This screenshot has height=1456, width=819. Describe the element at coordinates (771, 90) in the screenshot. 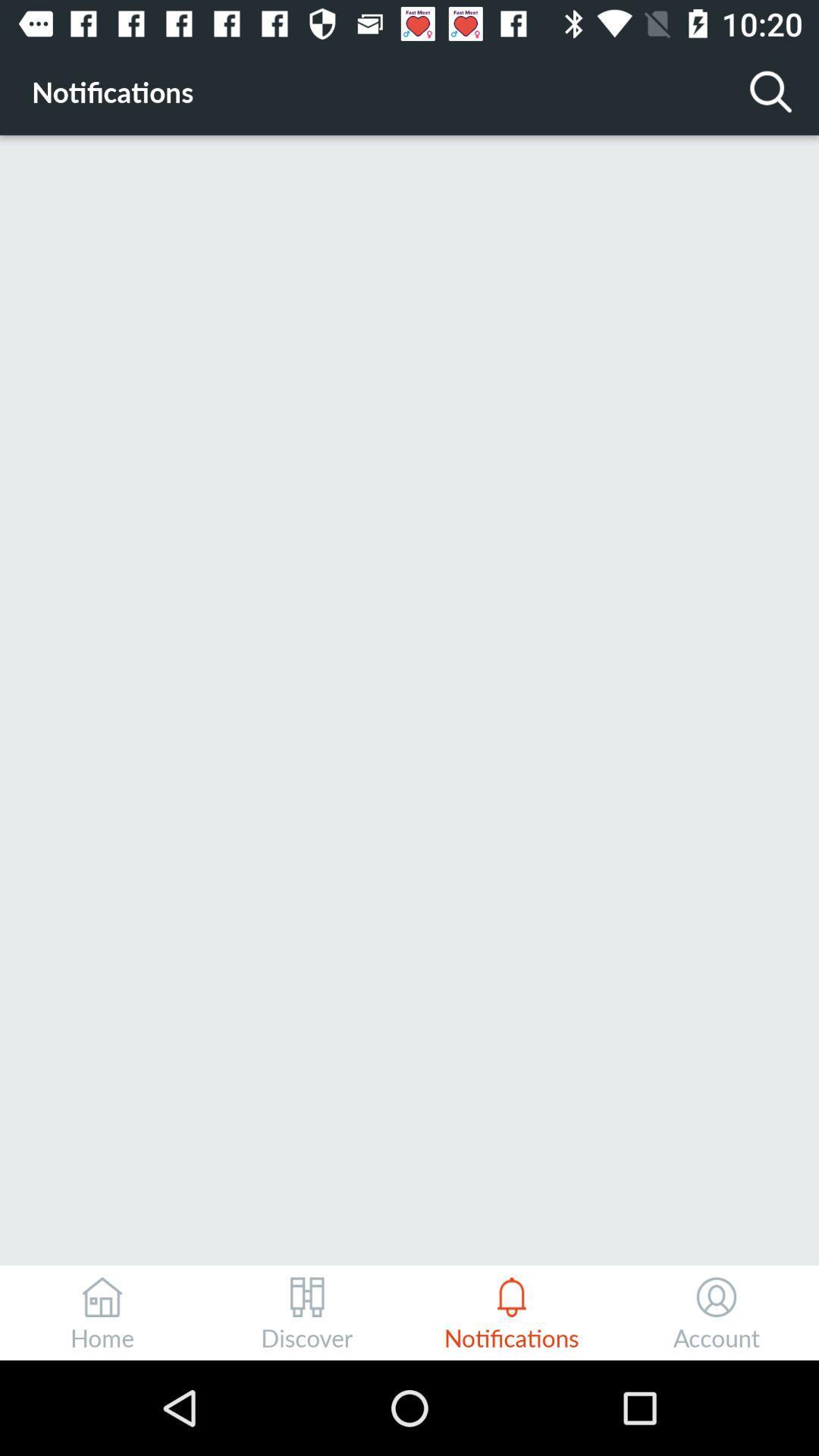

I see `icon next to the notifications item` at that location.